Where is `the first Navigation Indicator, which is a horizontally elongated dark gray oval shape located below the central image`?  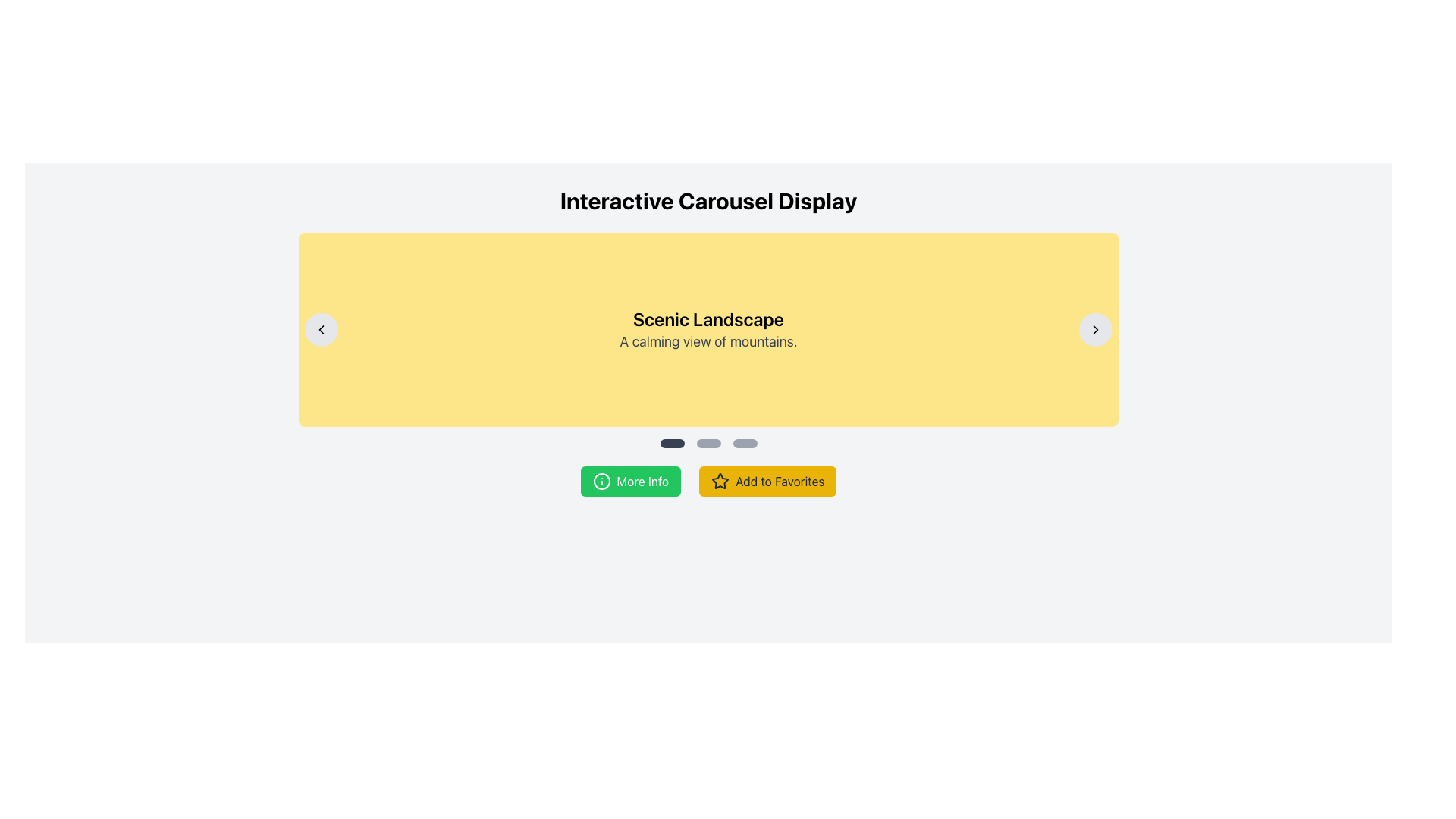
the first Navigation Indicator, which is a horizontally elongated dark gray oval shape located below the central image is located at coordinates (671, 444).